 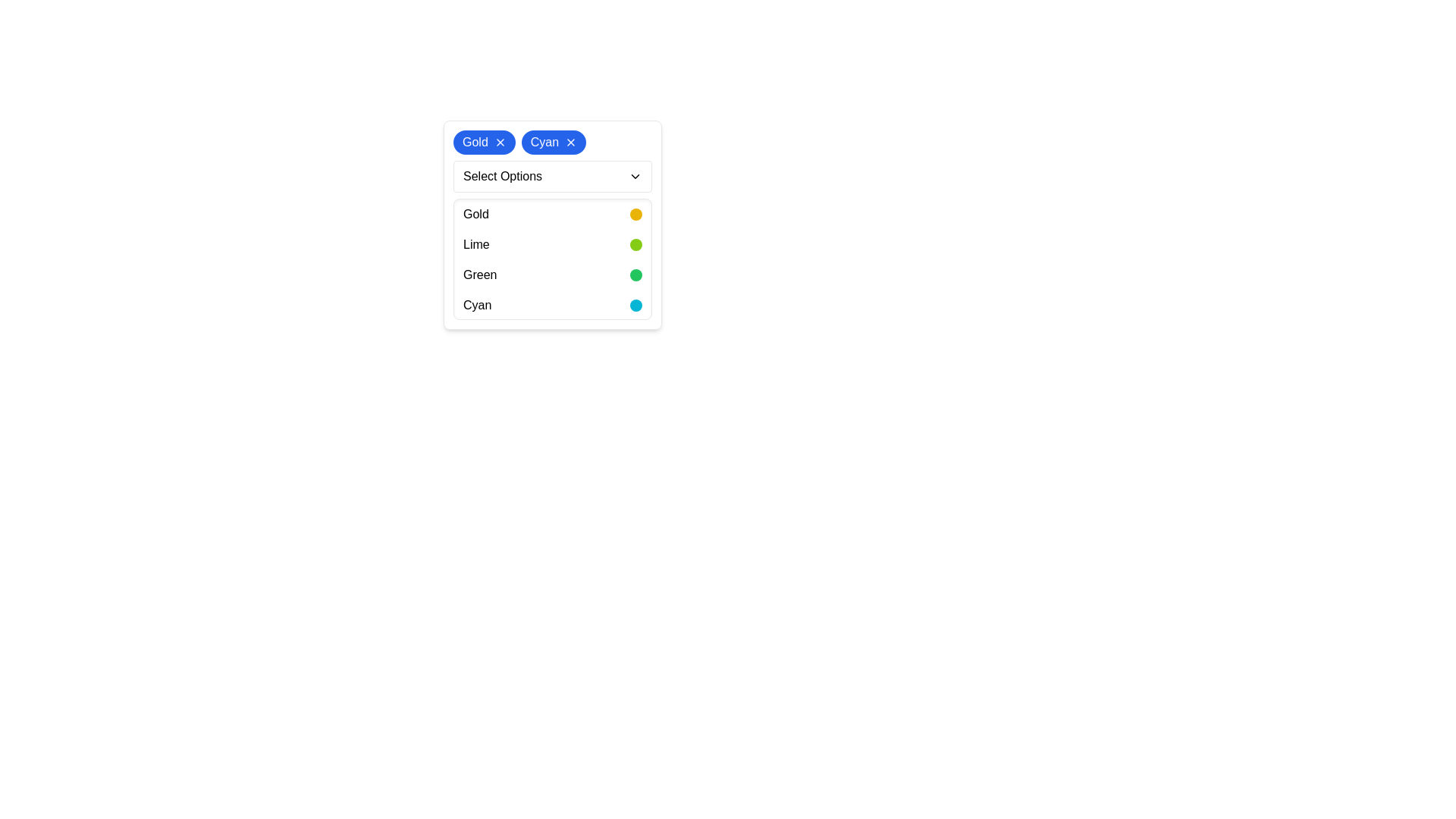 What do you see at coordinates (636, 275) in the screenshot?
I see `the color indicator representing the 'Green' item in the dropdown interface, located to the right of the text 'Green'` at bounding box center [636, 275].